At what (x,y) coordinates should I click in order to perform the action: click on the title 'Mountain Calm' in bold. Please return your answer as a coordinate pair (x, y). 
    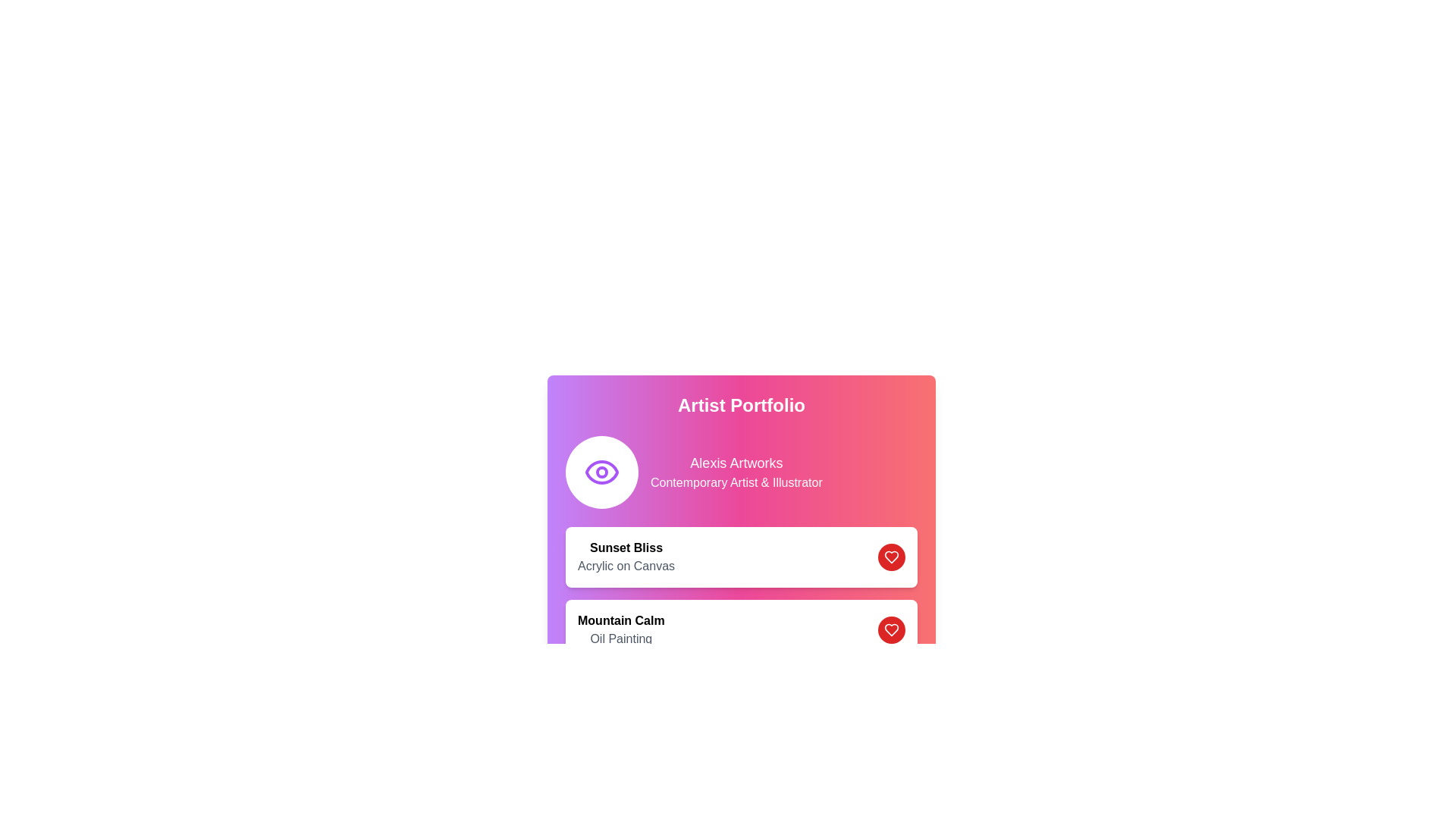
    Looking at the image, I should click on (742, 629).